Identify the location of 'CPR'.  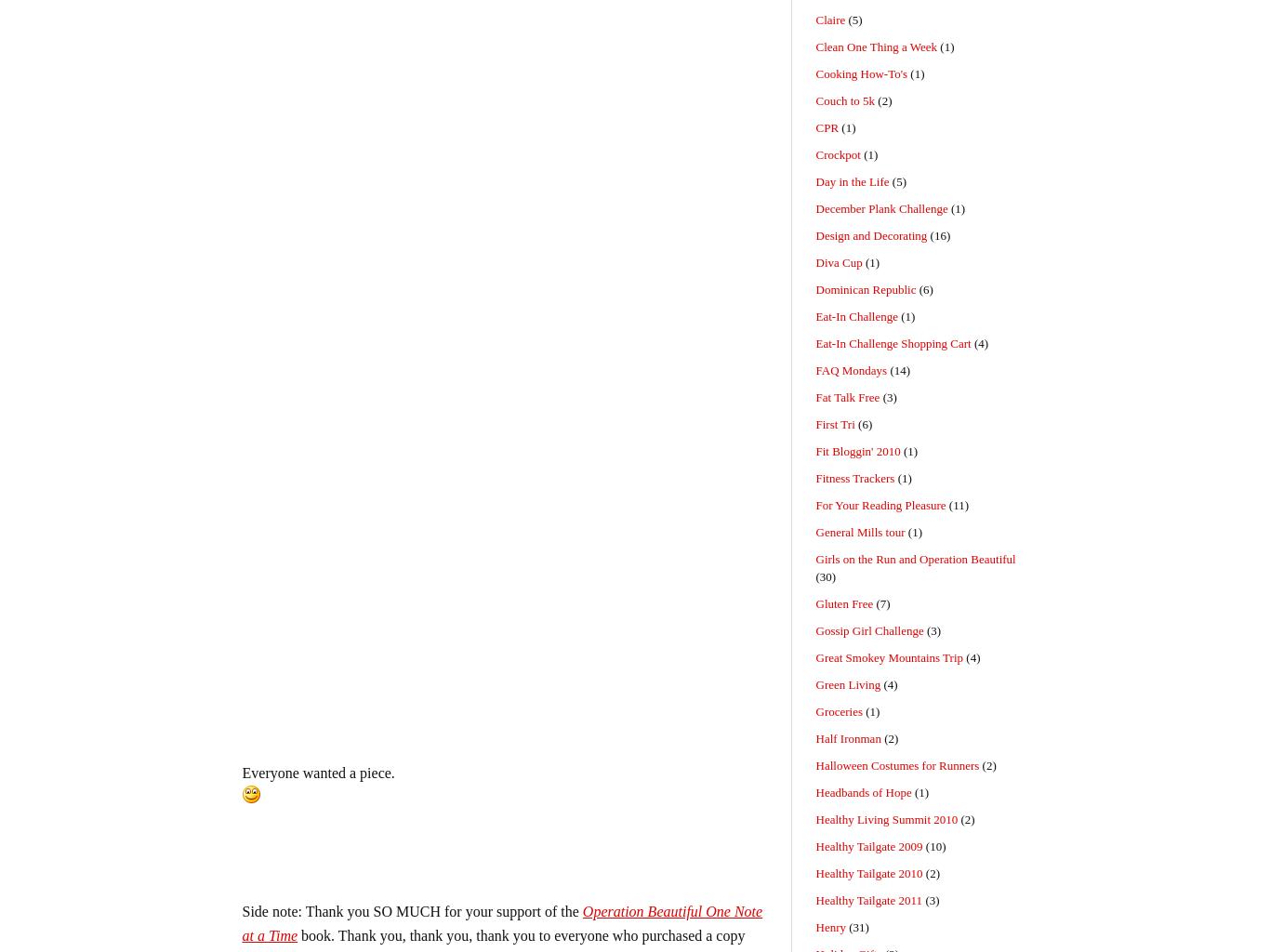
(826, 126).